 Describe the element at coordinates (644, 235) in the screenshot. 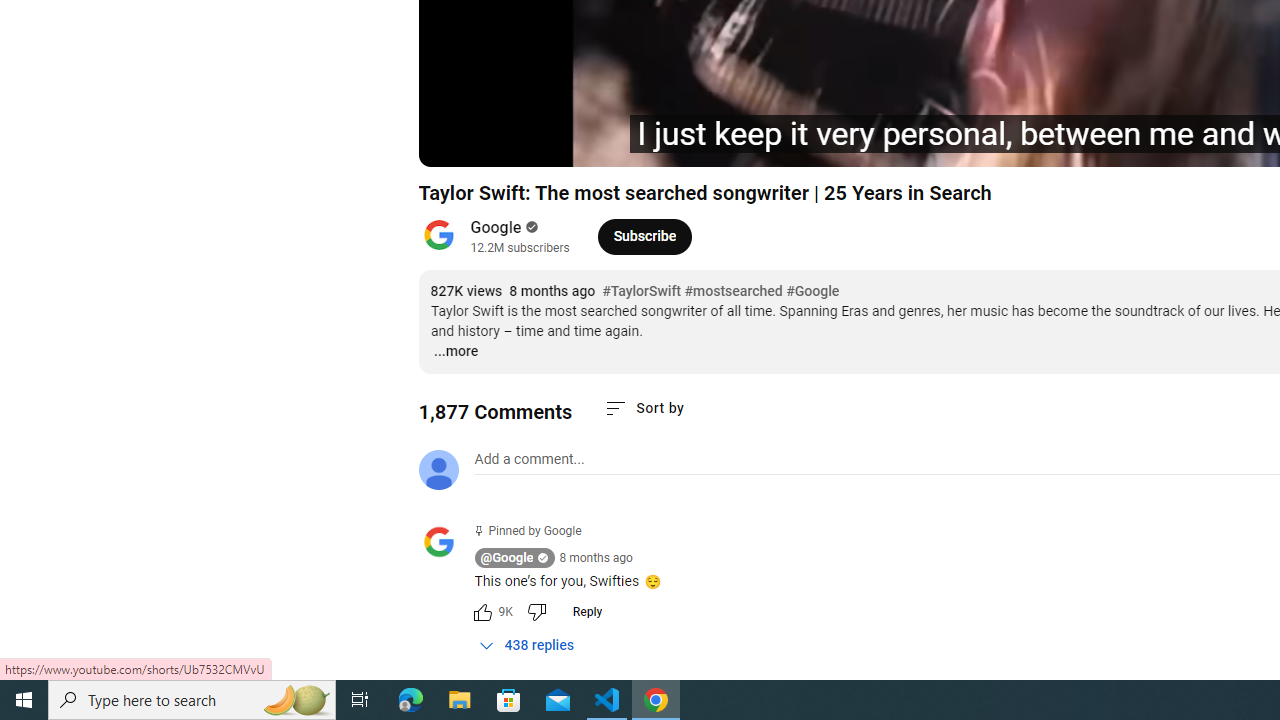

I see `'Subscribe to Google.'` at that location.